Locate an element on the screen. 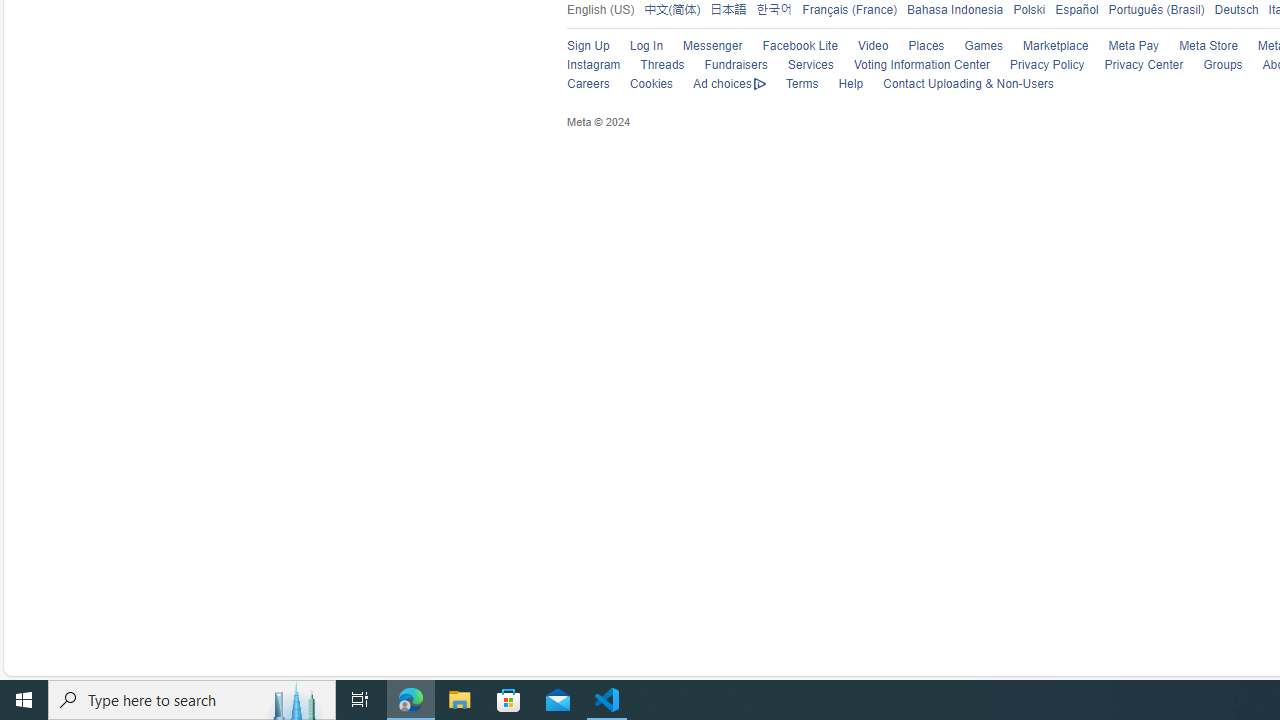  'Polski' is located at coordinates (1024, 9).